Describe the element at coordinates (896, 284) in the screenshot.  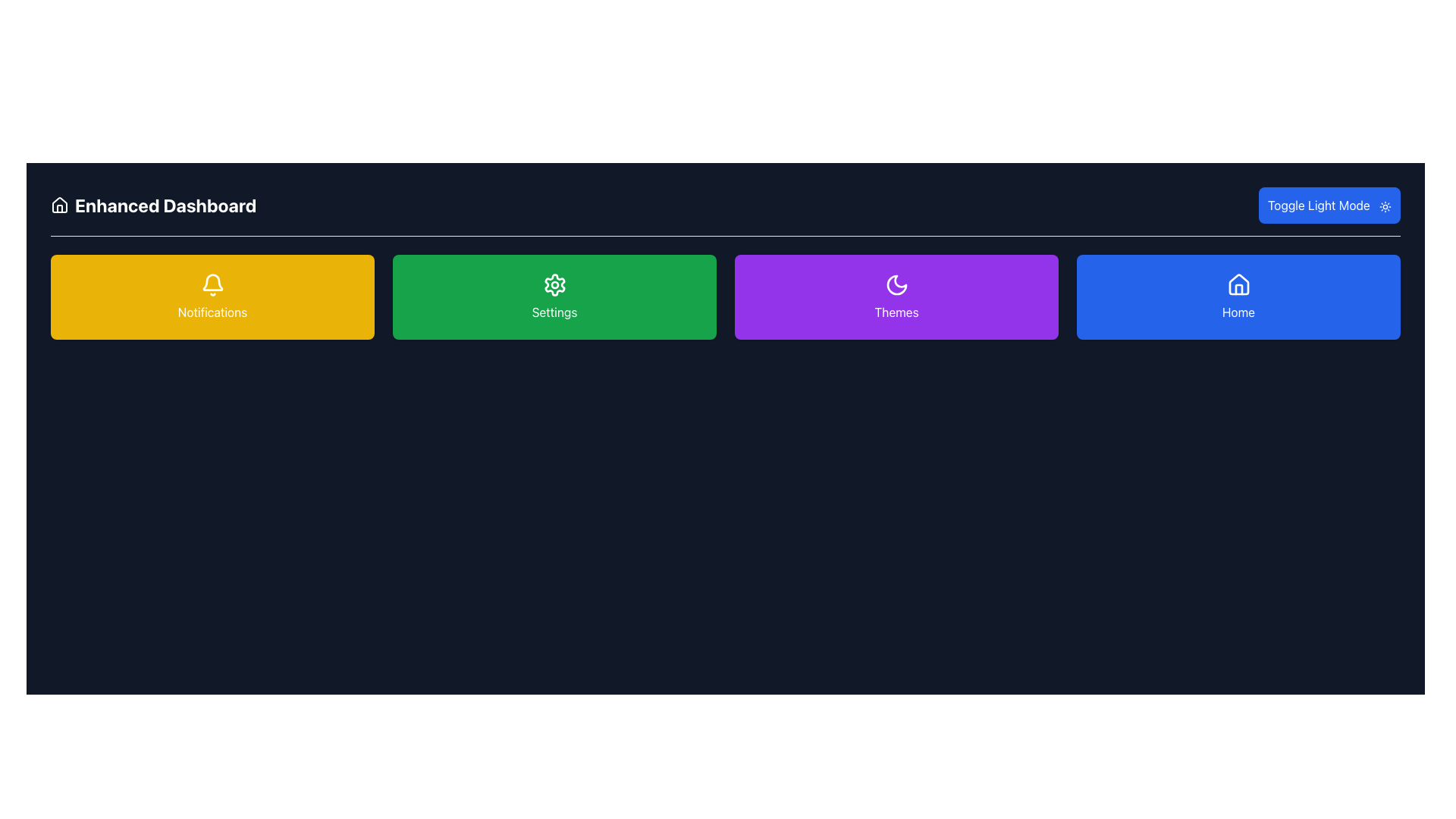
I see `the moon-shaped icon which is centrally positioned within the purple 'Themes' button` at that location.